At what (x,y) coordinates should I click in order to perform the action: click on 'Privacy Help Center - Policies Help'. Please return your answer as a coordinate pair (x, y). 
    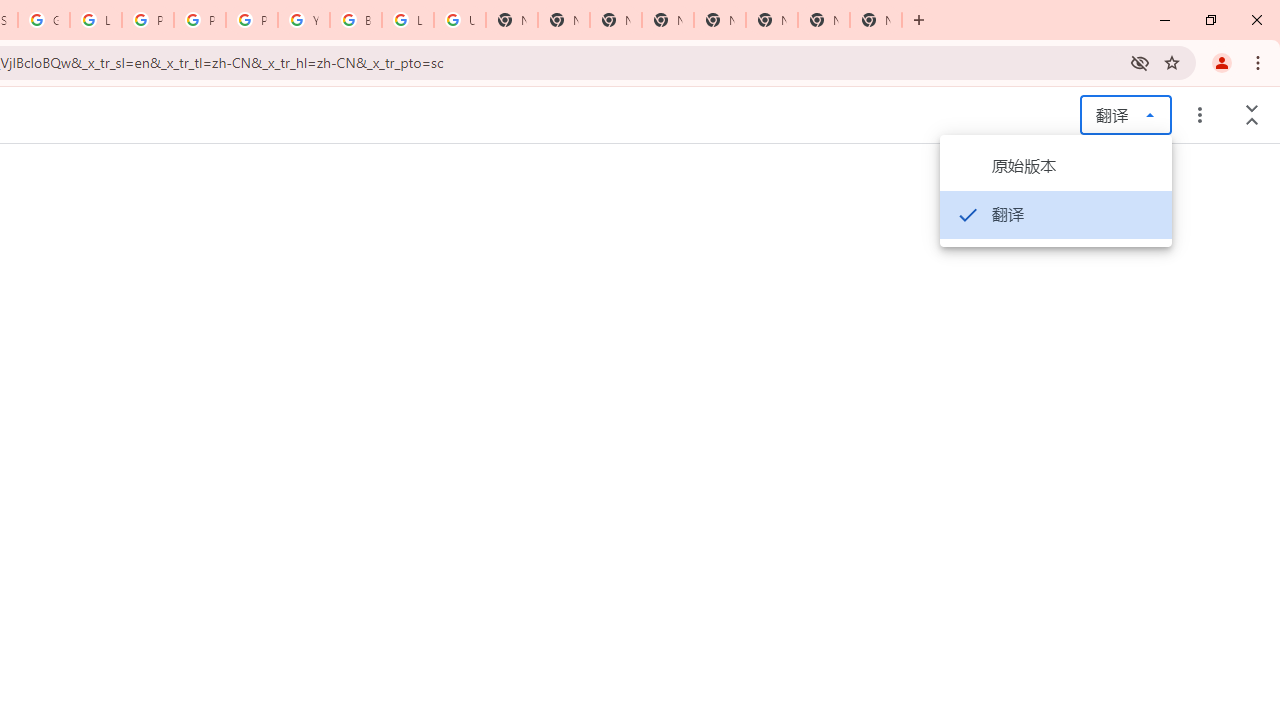
    Looking at the image, I should click on (200, 20).